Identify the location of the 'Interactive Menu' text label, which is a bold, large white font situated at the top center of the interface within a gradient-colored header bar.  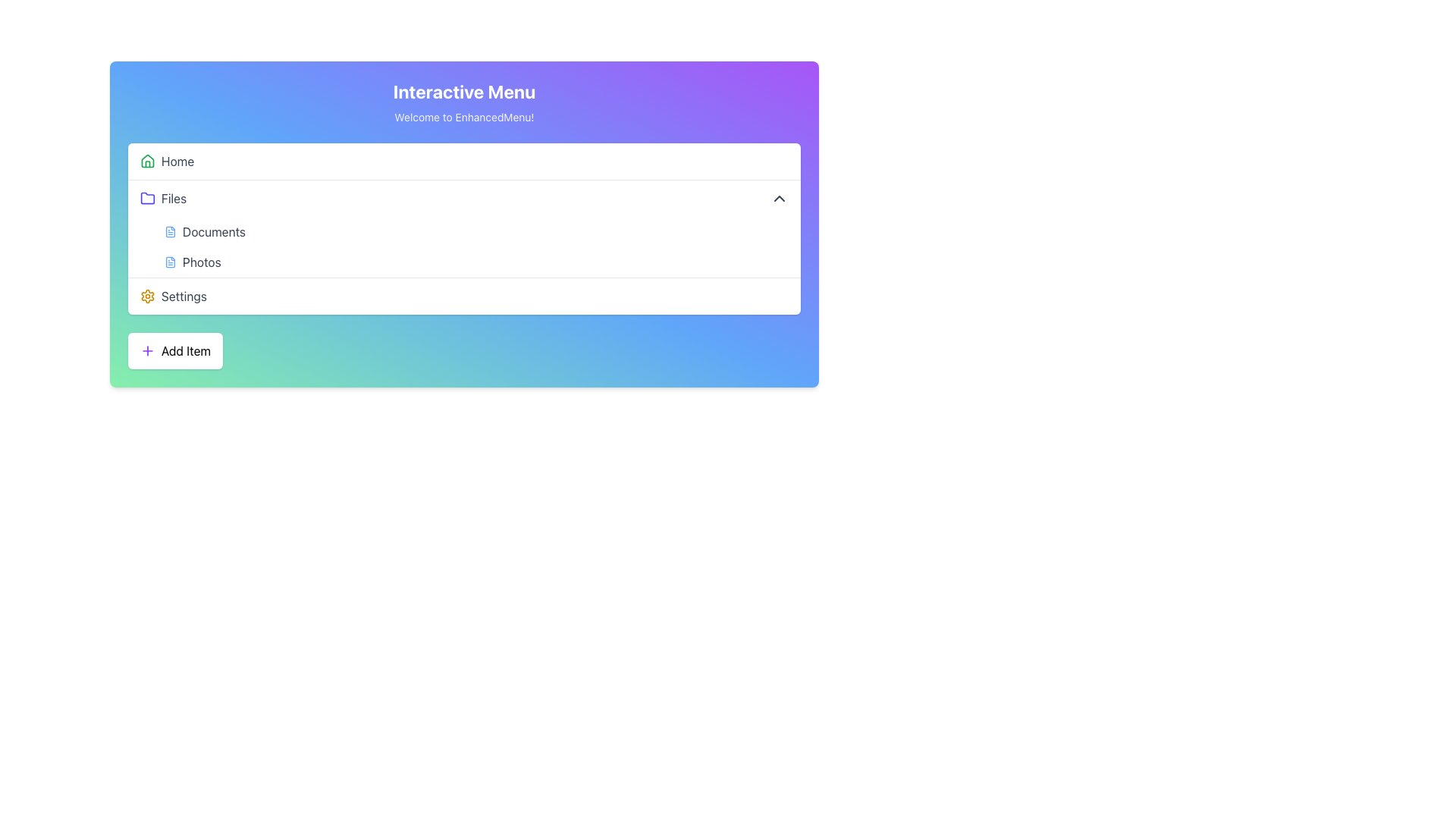
(463, 91).